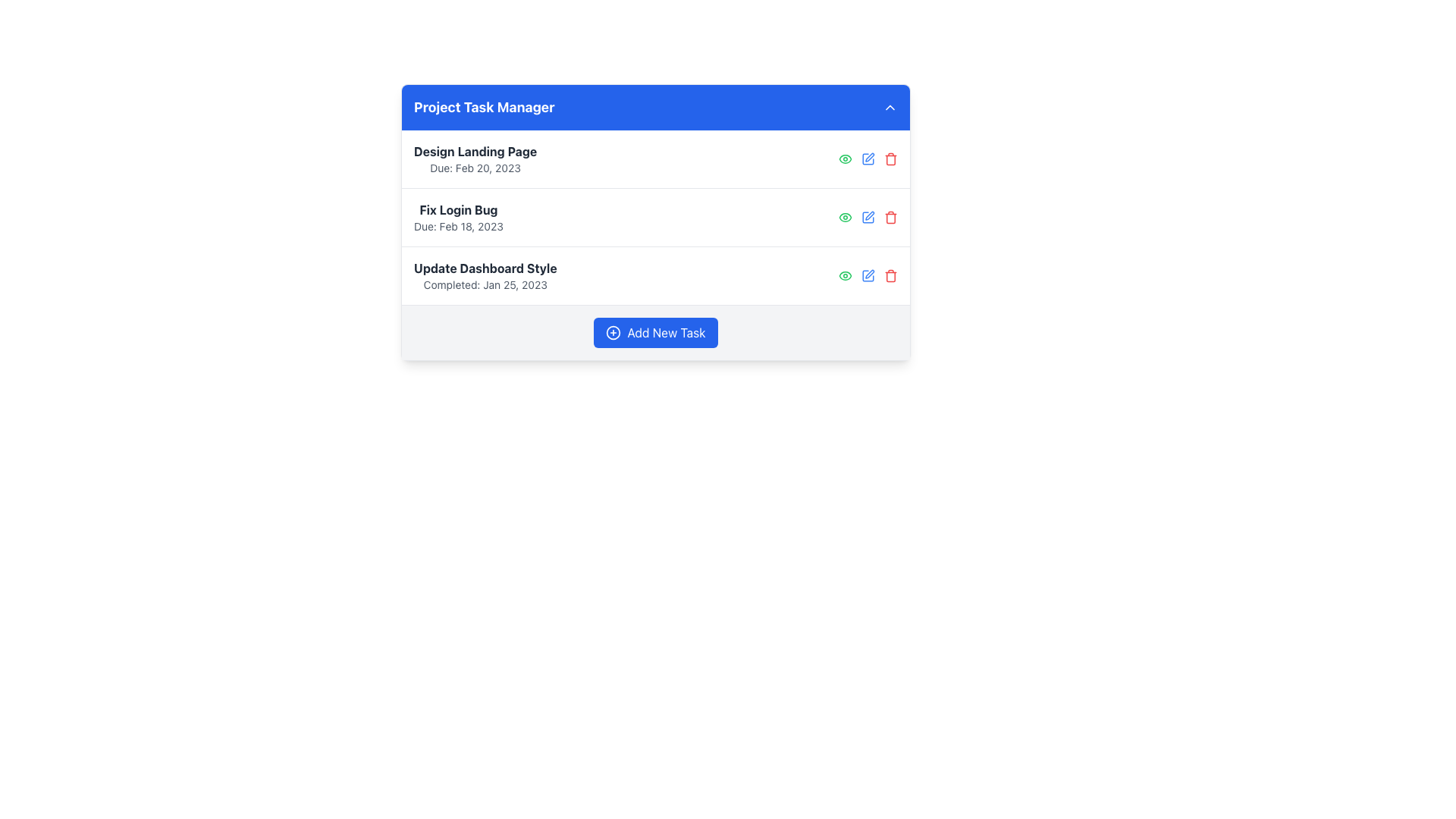 The width and height of the screenshot is (1456, 819). What do you see at coordinates (457, 210) in the screenshot?
I see `text content of the title label for the second task item in the 'Project Task Manager' section, which is centrally located in its task block` at bounding box center [457, 210].